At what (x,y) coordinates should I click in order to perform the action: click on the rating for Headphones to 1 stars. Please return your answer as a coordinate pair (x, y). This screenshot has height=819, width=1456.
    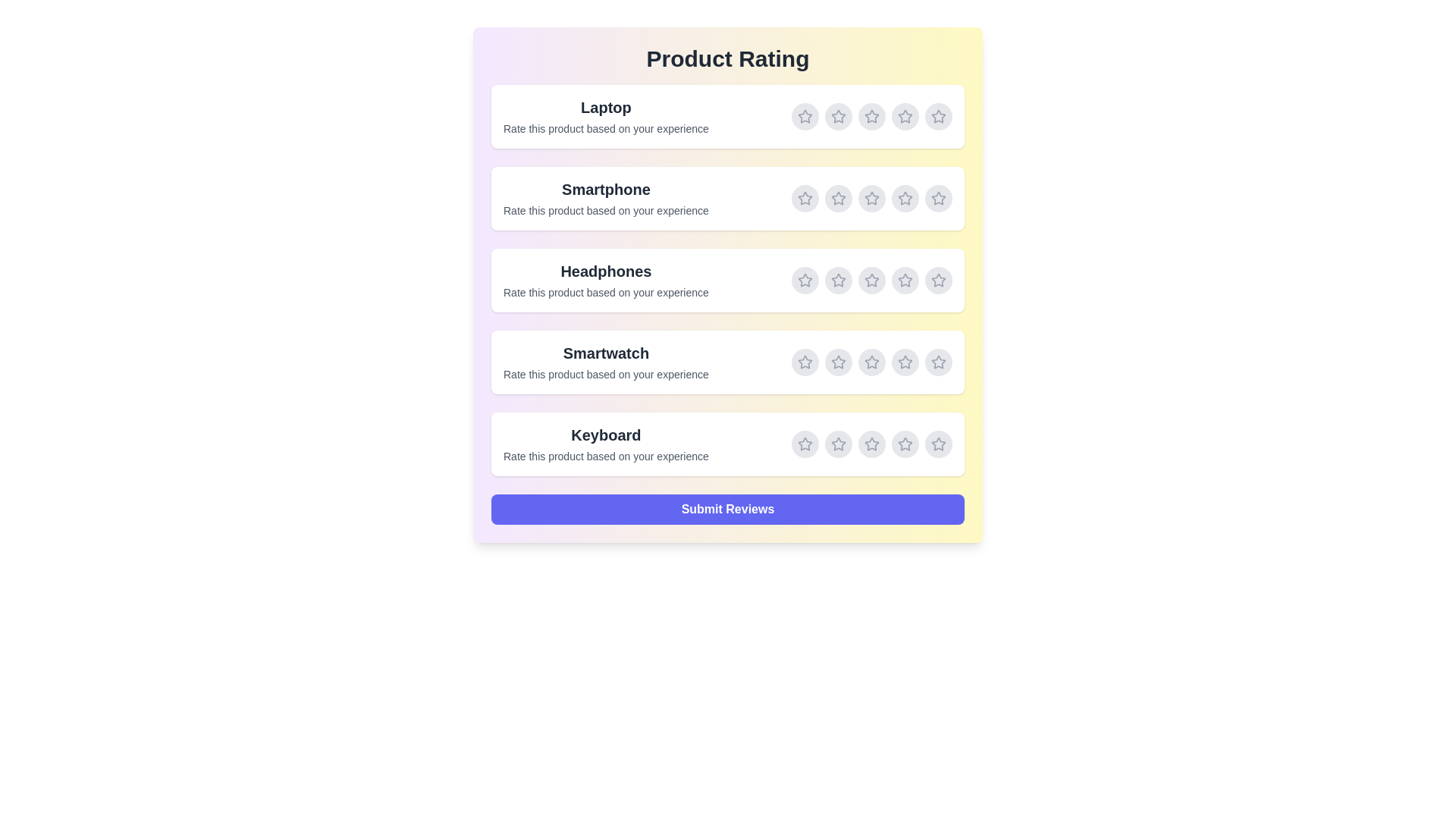
    Looking at the image, I should click on (804, 281).